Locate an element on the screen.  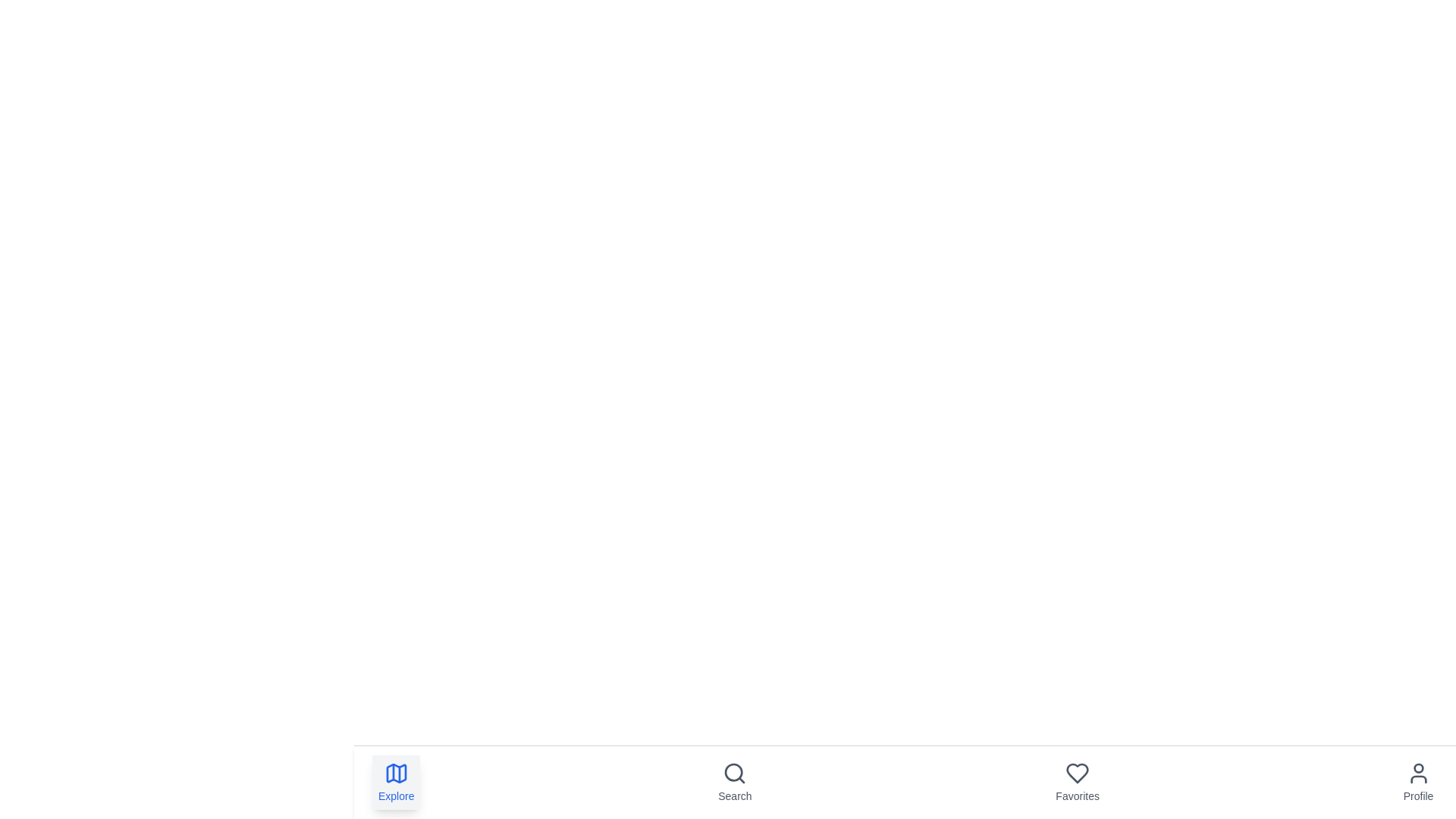
the navigation item labeled Search is located at coordinates (735, 783).